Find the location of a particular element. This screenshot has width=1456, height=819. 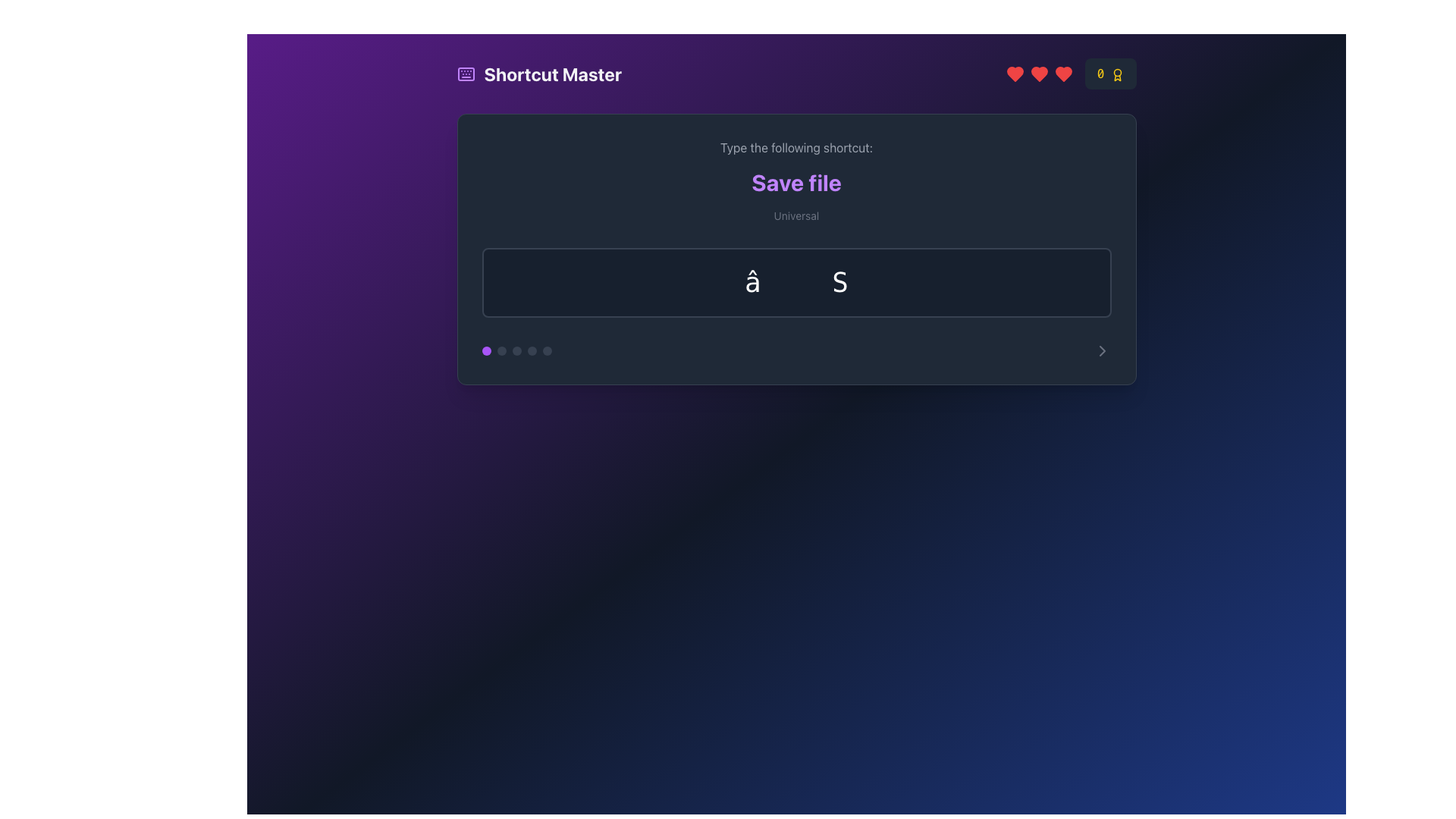

the small, grey, circular indicator positioned second among five similar indicators below the central dark rectangle is located at coordinates (501, 350).